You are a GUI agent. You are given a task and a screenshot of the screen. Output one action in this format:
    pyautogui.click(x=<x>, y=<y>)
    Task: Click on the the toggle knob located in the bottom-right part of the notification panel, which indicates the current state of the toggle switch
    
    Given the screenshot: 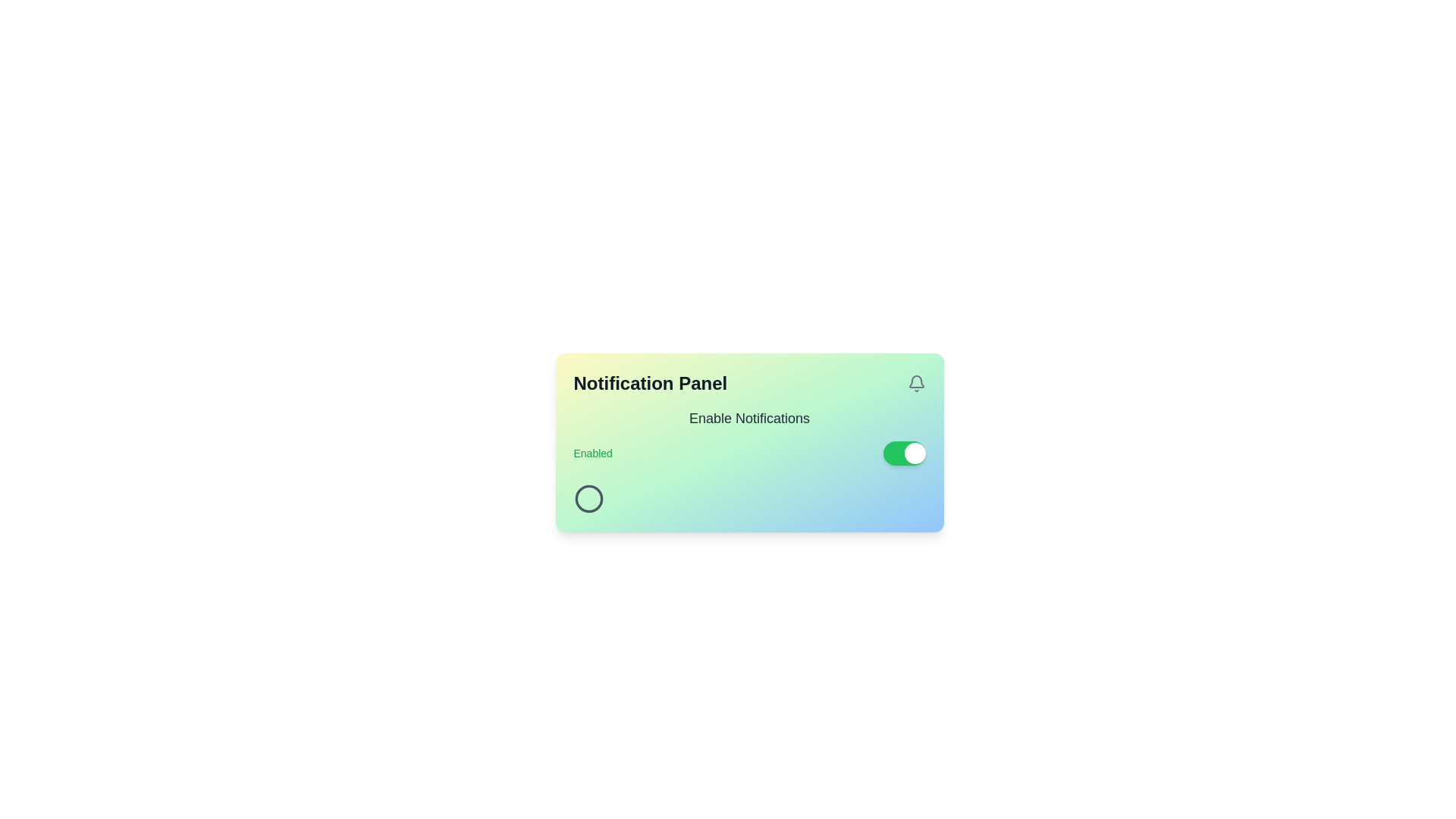 What is the action you would take?
    pyautogui.click(x=914, y=452)
    